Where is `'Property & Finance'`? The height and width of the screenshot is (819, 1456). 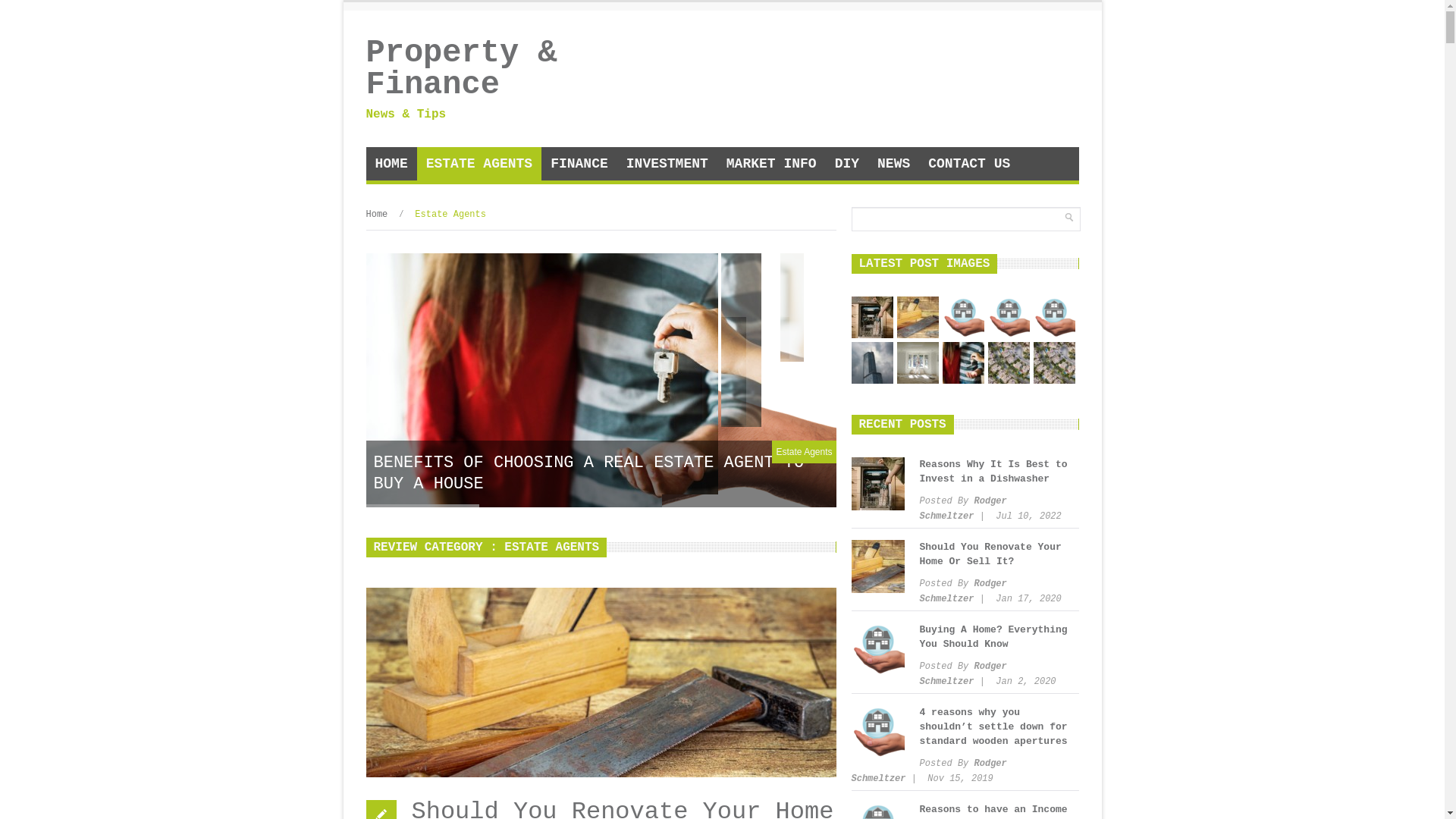
'Property & Finance' is located at coordinates (479, 69).